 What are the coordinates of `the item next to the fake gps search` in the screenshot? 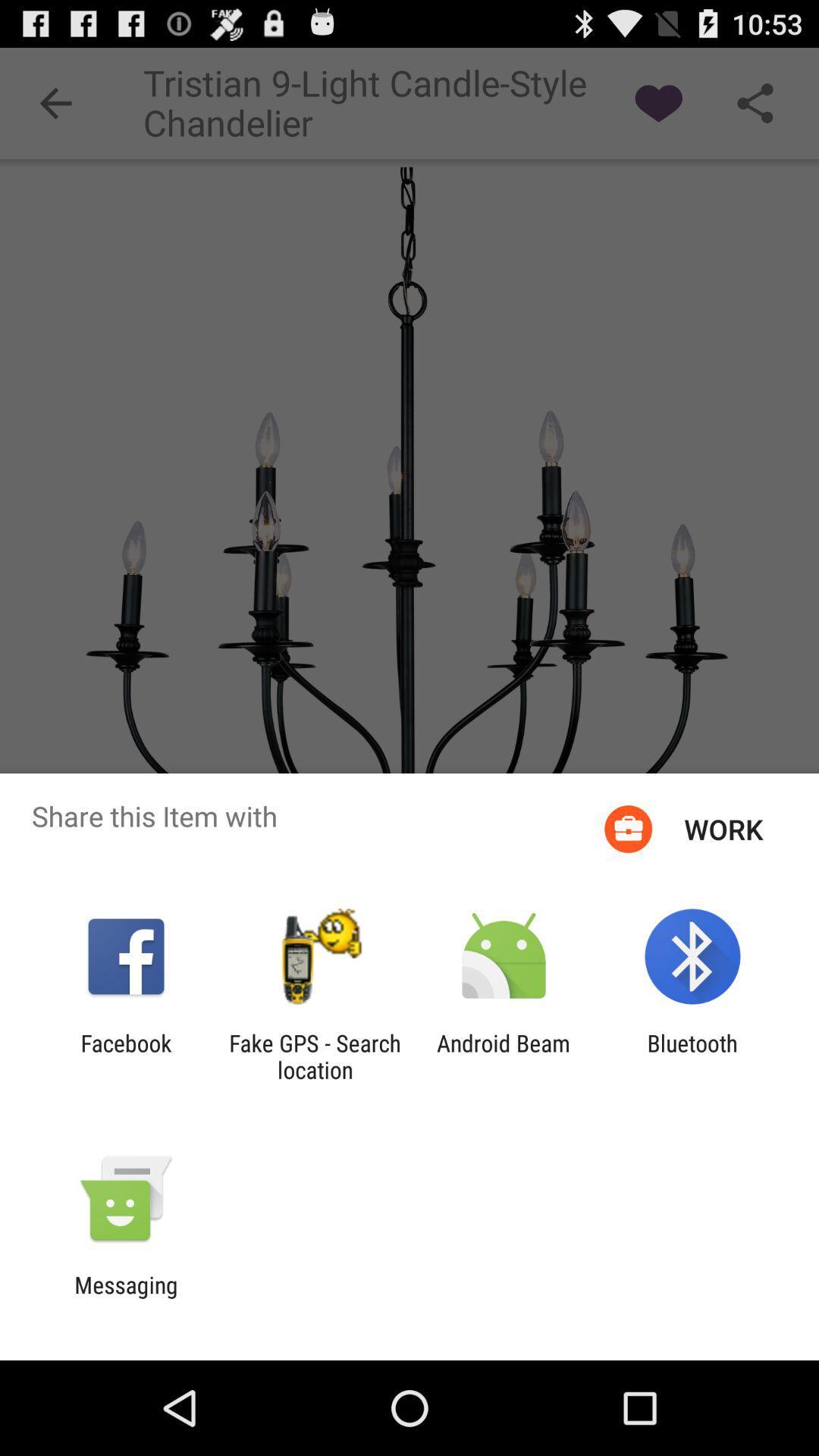 It's located at (125, 1056).